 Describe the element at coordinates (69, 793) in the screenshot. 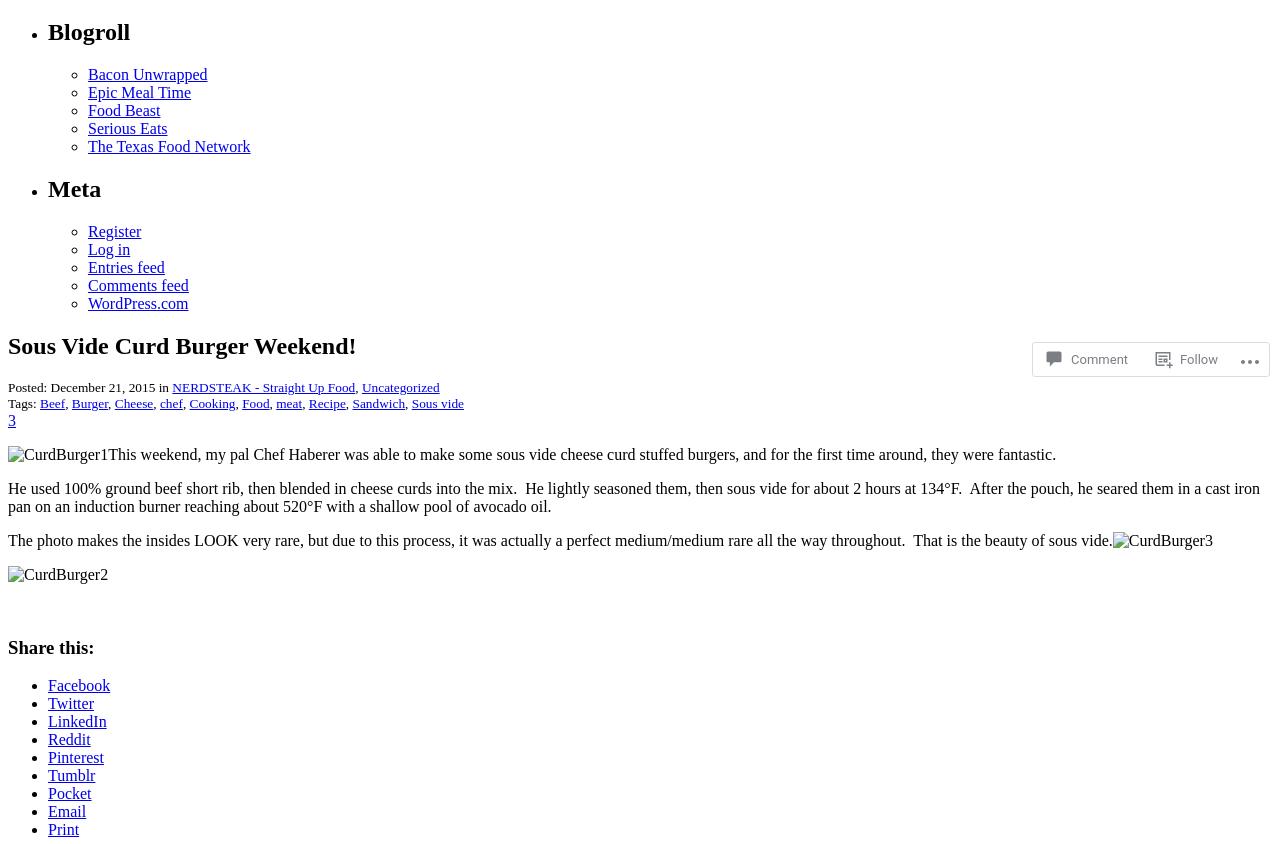

I see `'Pocket'` at that location.